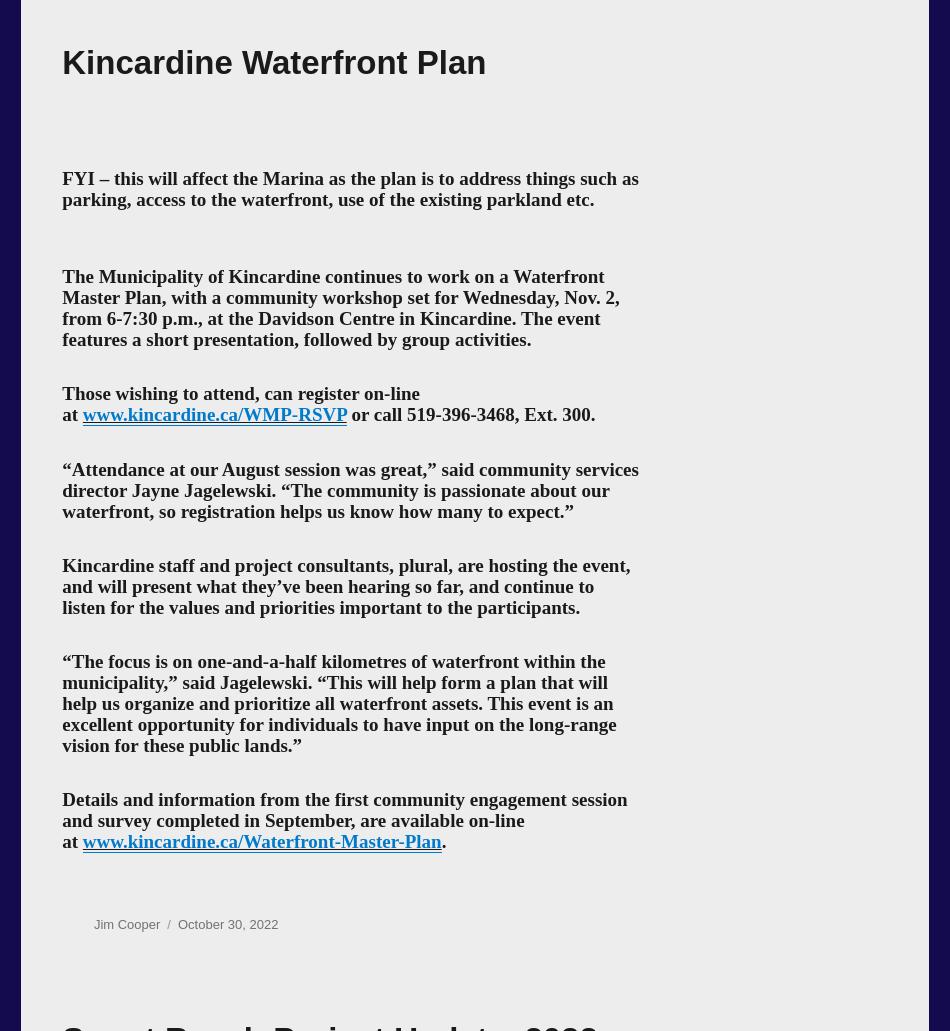  I want to click on 'Kincardine Waterfront Plan', so click(272, 62).